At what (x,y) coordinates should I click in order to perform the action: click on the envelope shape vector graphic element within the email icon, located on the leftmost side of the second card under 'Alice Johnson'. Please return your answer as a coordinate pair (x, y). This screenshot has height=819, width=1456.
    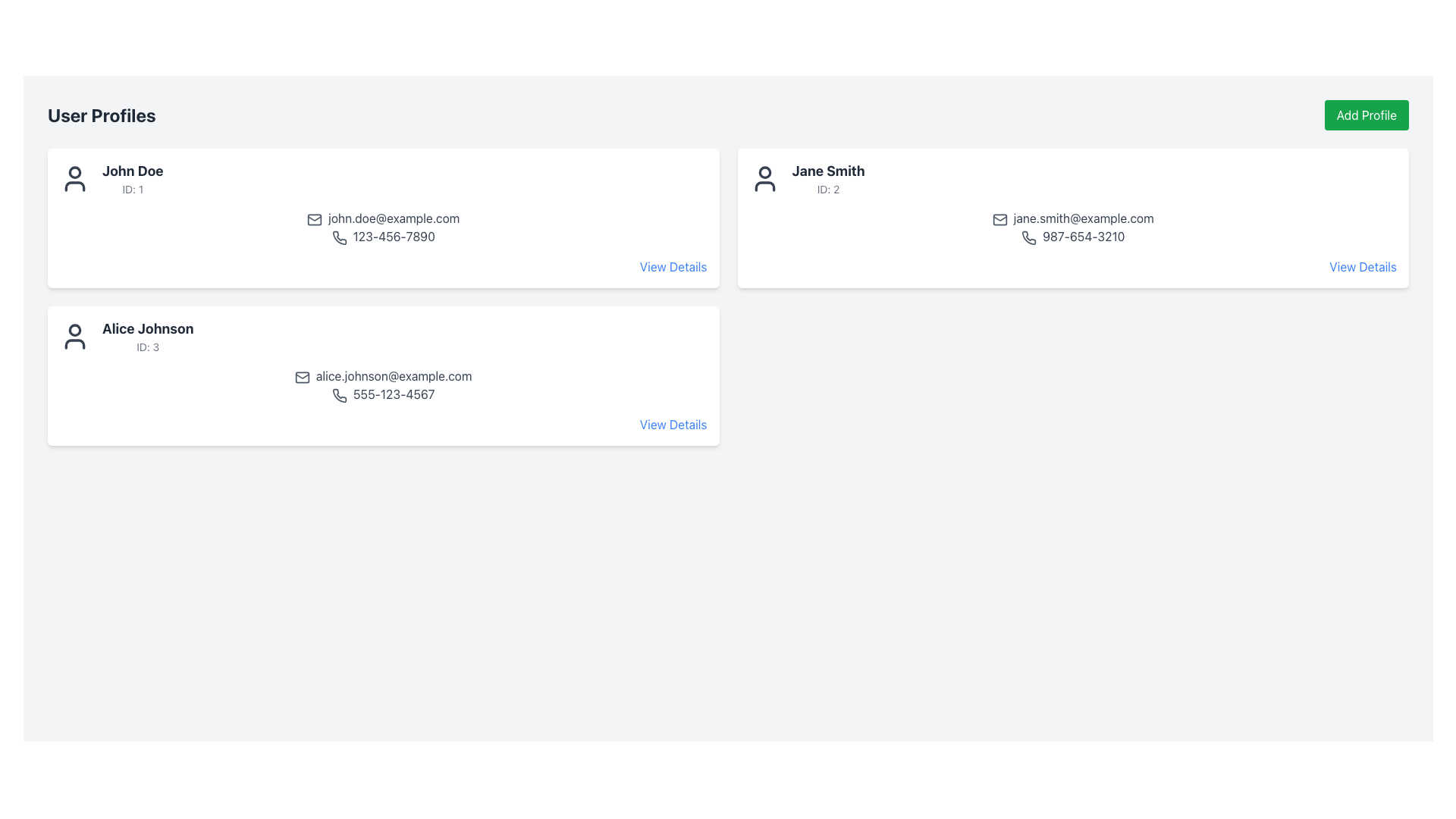
    Looking at the image, I should click on (302, 376).